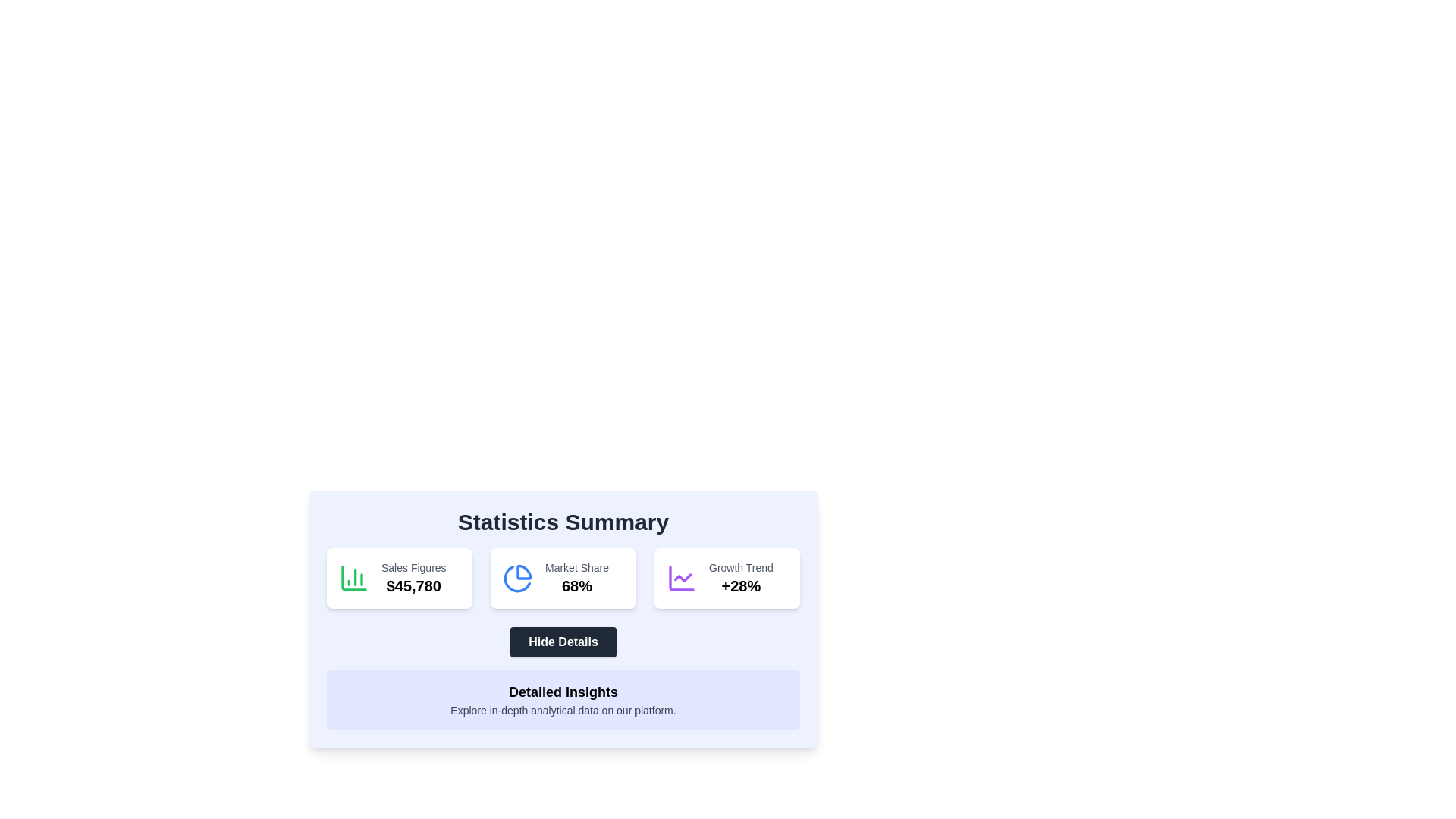 The image size is (1456, 819). Describe the element at coordinates (563, 642) in the screenshot. I see `the 'Hide Details' button, which is a rectangular button with a dark background and white text, located centrally below the summary statistics section` at that location.